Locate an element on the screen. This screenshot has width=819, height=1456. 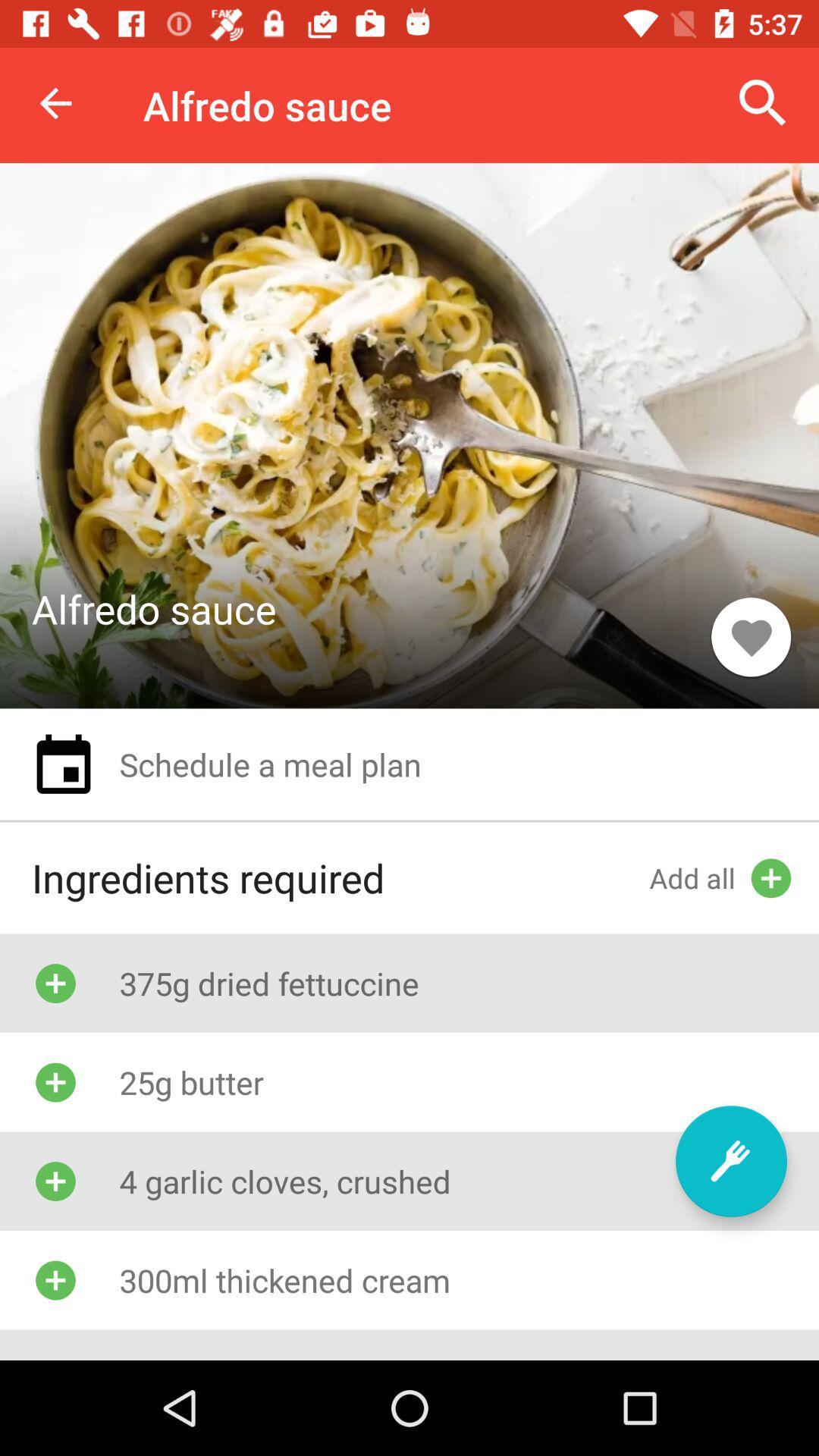
icon which is left to 4garlic covescrushed is located at coordinates (55, 1181).